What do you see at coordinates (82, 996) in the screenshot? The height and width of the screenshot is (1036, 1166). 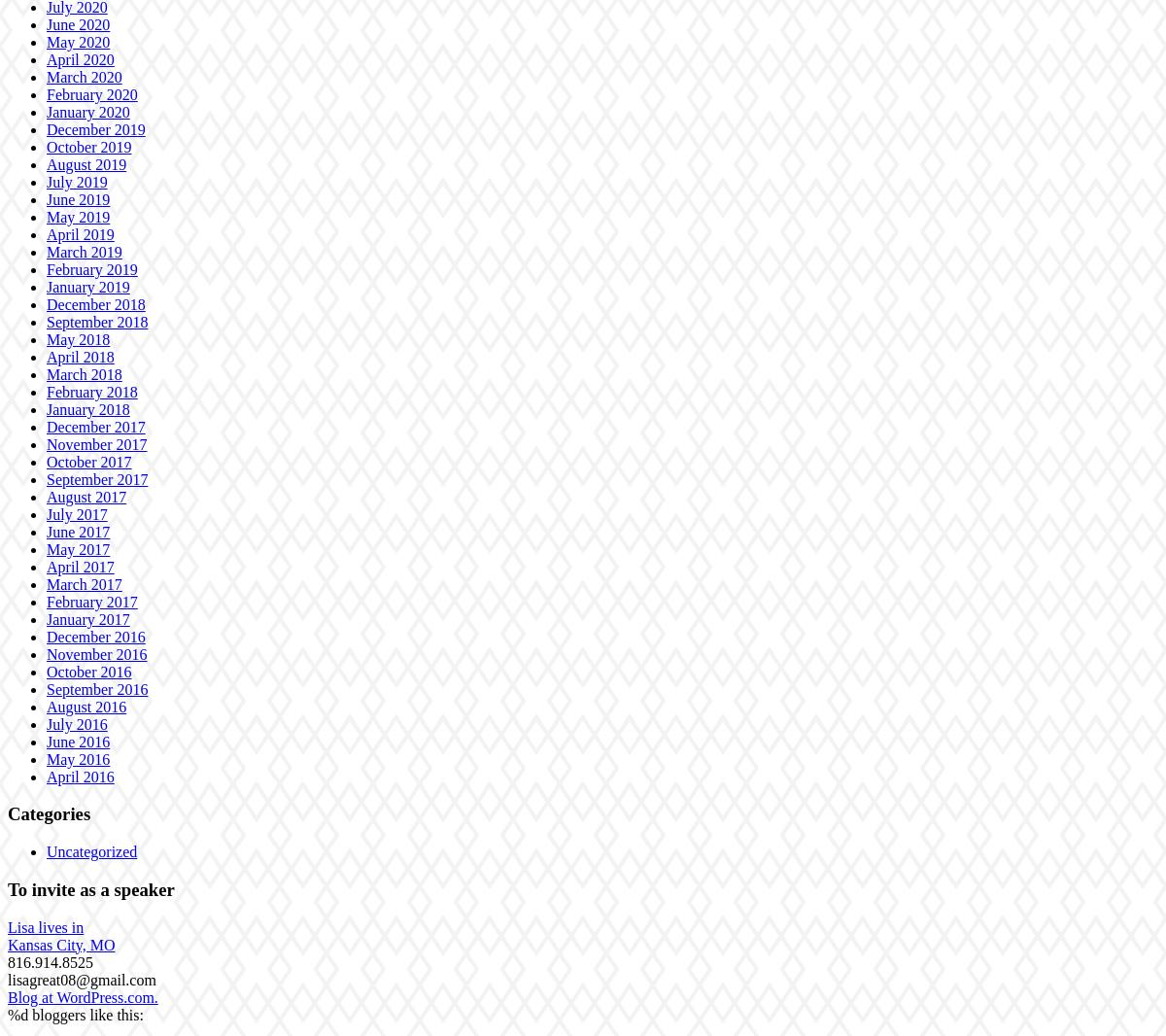 I see `'Blog at WordPress.com.'` at bounding box center [82, 996].